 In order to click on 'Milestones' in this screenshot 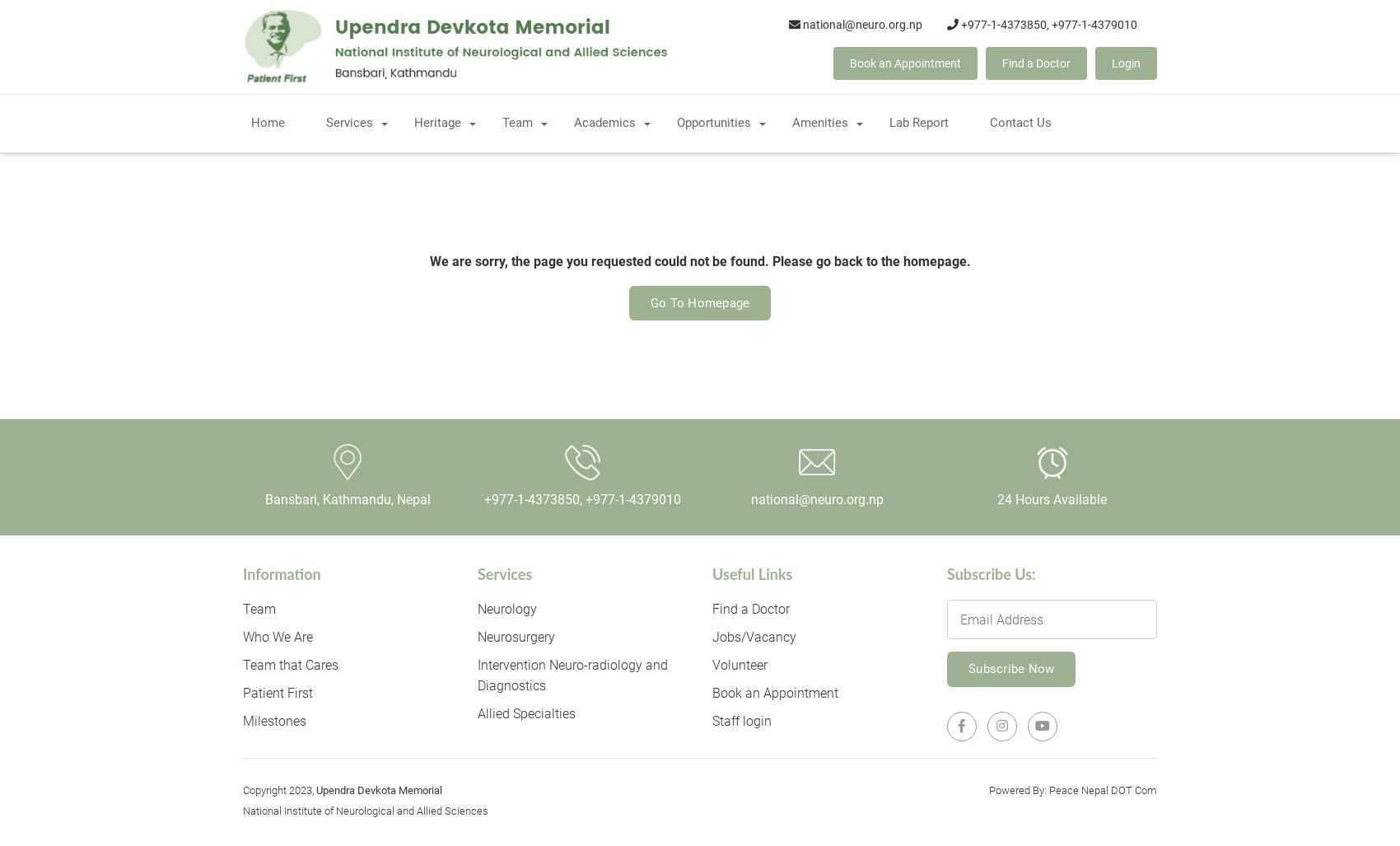, I will do `click(273, 720)`.